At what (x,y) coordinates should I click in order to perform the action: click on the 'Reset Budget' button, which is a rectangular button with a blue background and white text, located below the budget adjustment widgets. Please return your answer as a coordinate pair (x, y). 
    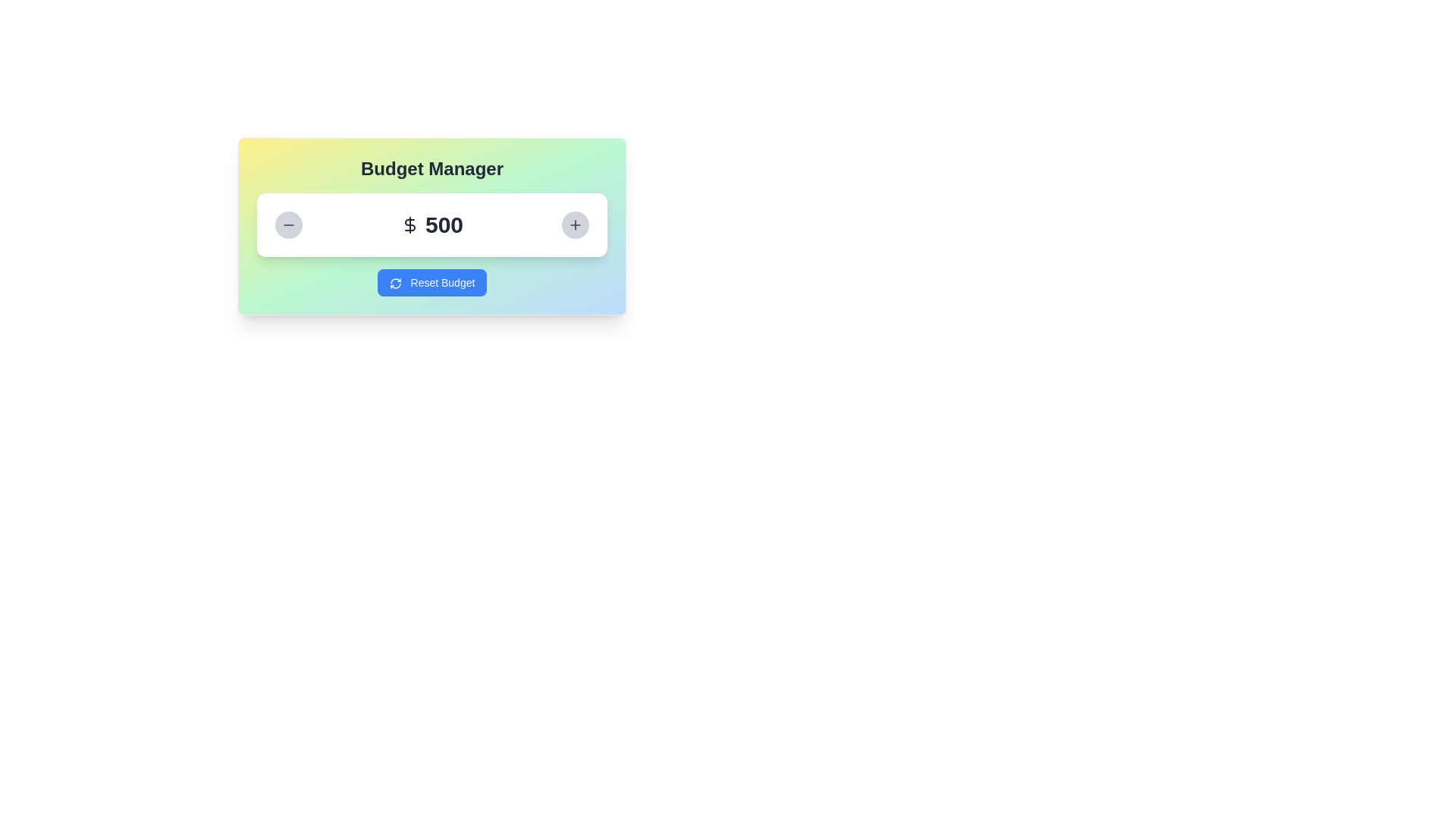
    Looking at the image, I should click on (431, 283).